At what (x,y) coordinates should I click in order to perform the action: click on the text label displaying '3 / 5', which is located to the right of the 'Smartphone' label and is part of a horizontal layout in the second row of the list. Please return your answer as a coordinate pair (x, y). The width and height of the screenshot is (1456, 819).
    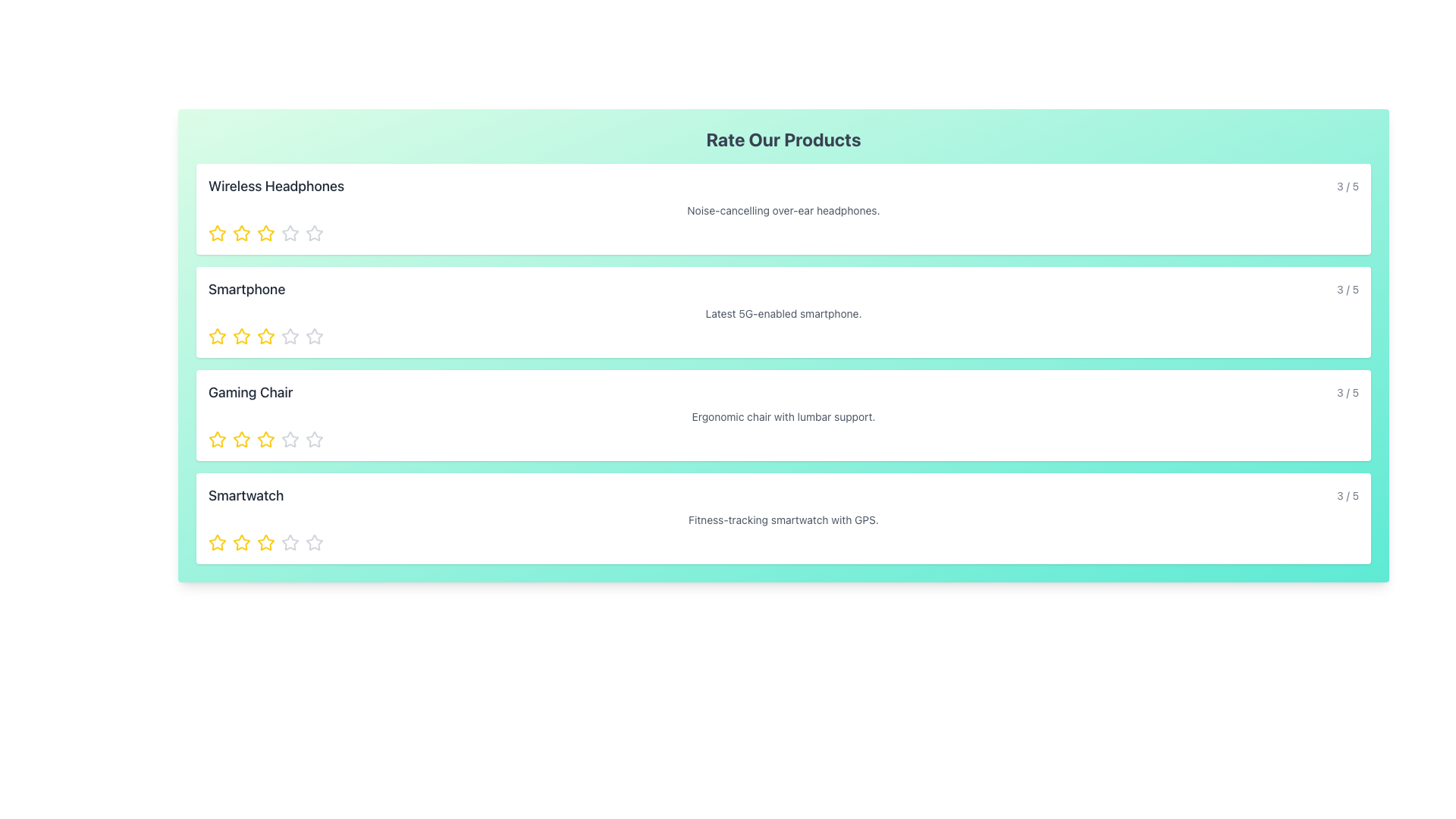
    Looking at the image, I should click on (1348, 289).